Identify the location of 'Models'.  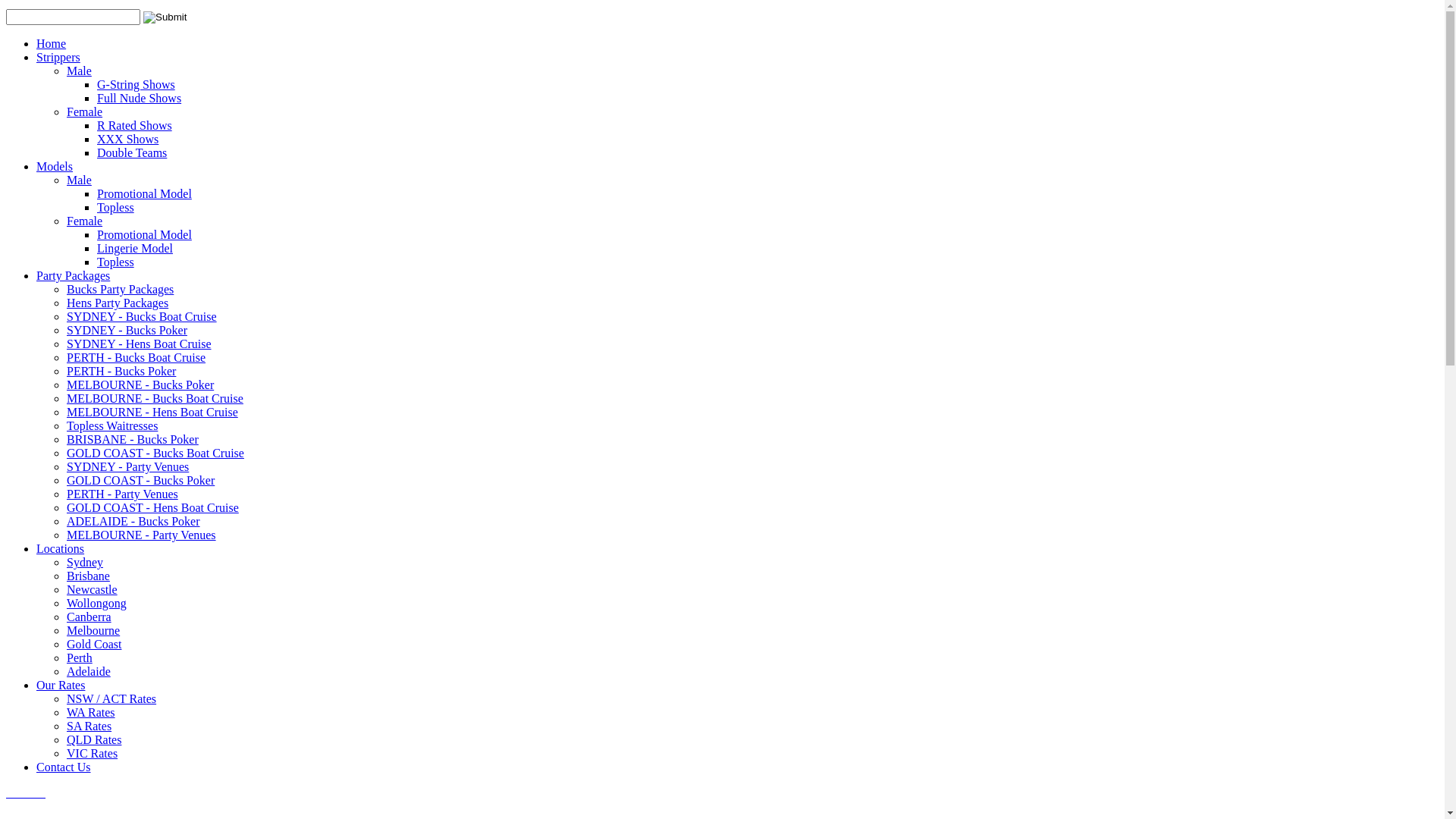
(55, 166).